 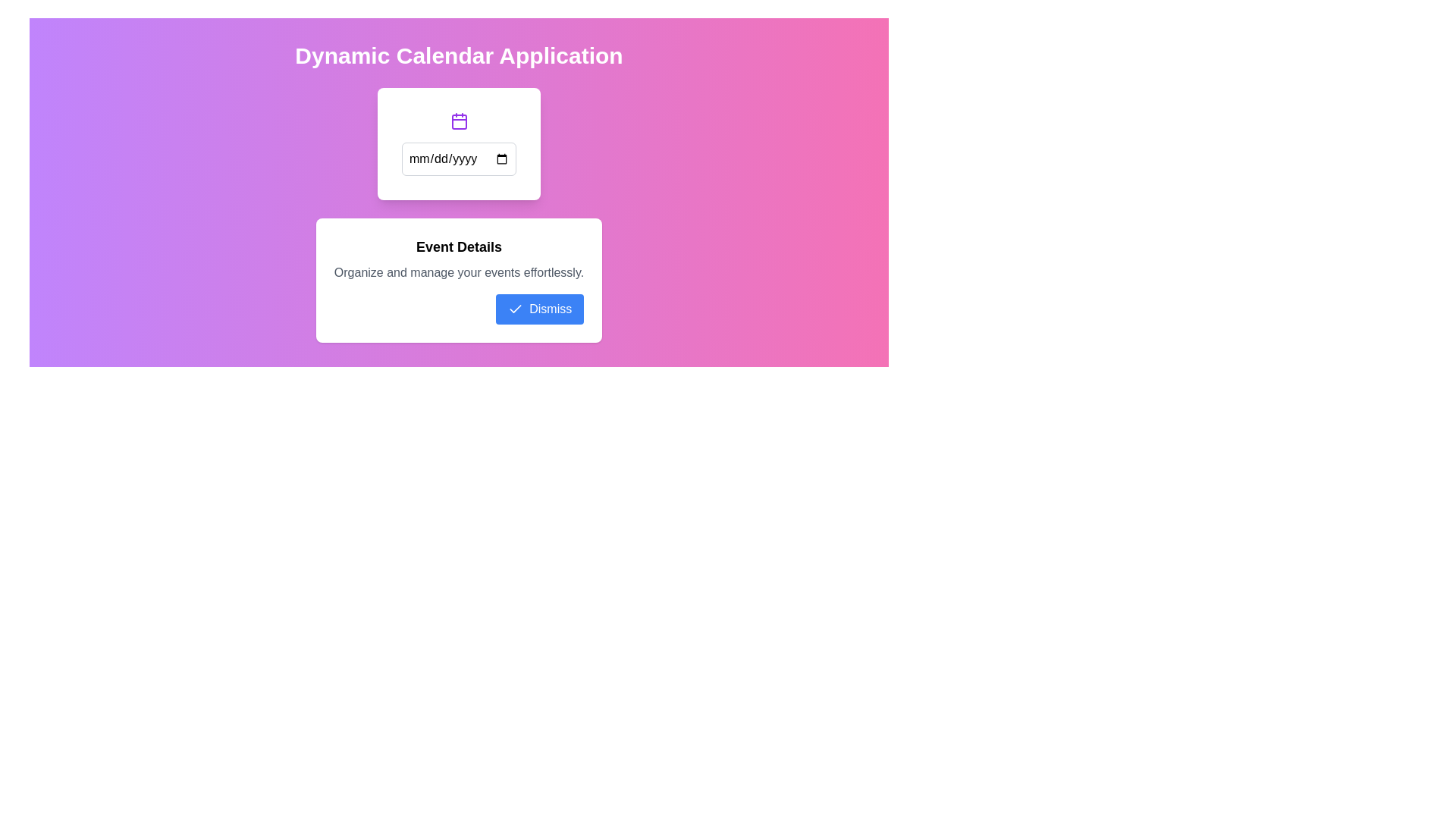 I want to click on the large, bold title text 'Dynamic Calendar Application' displayed at the top center of the interface on a purple-to-pink gradient background, so click(x=458, y=55).